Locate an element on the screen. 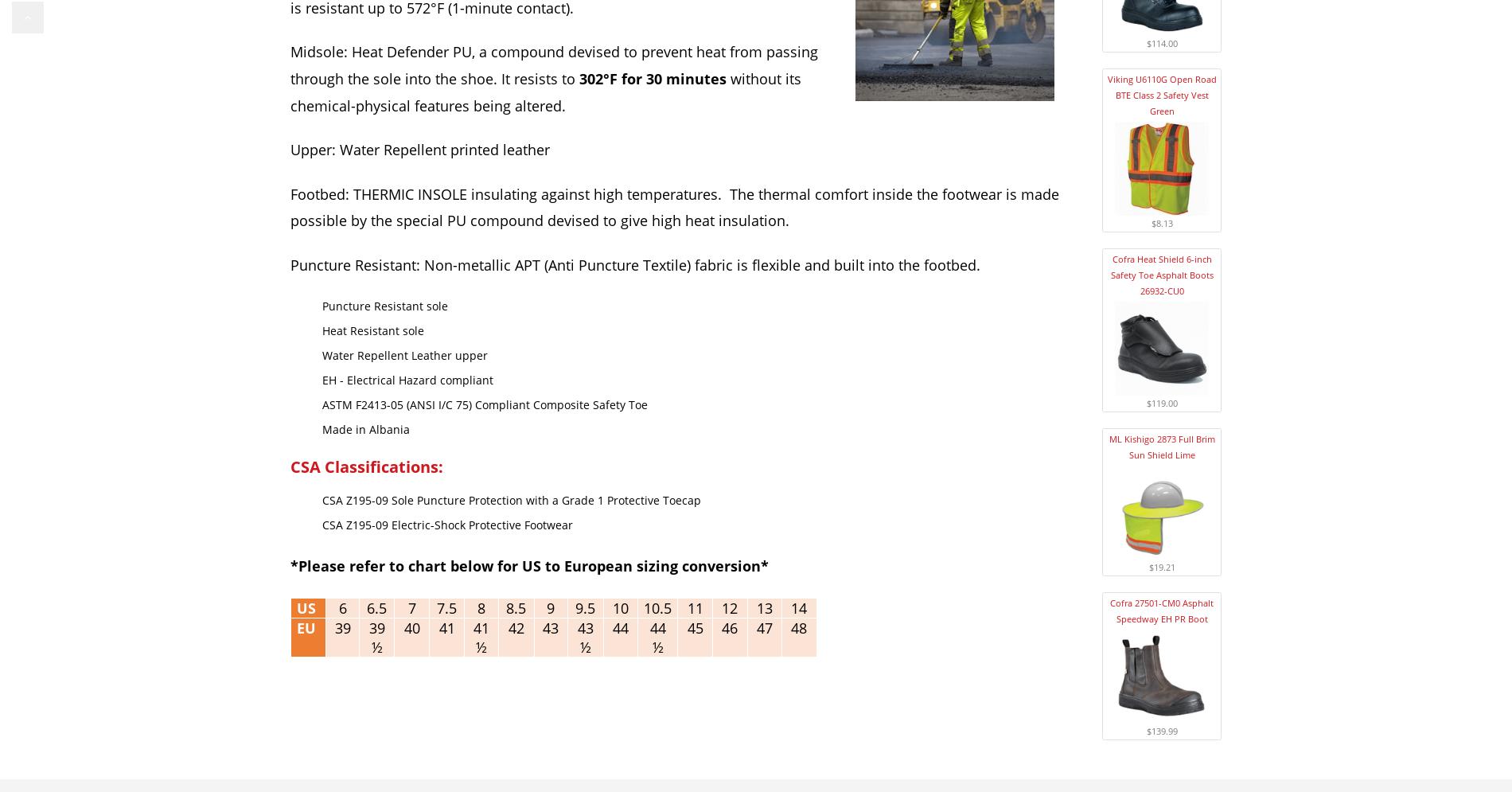 The image size is (1512, 792). '41 ½' is located at coordinates (481, 637).